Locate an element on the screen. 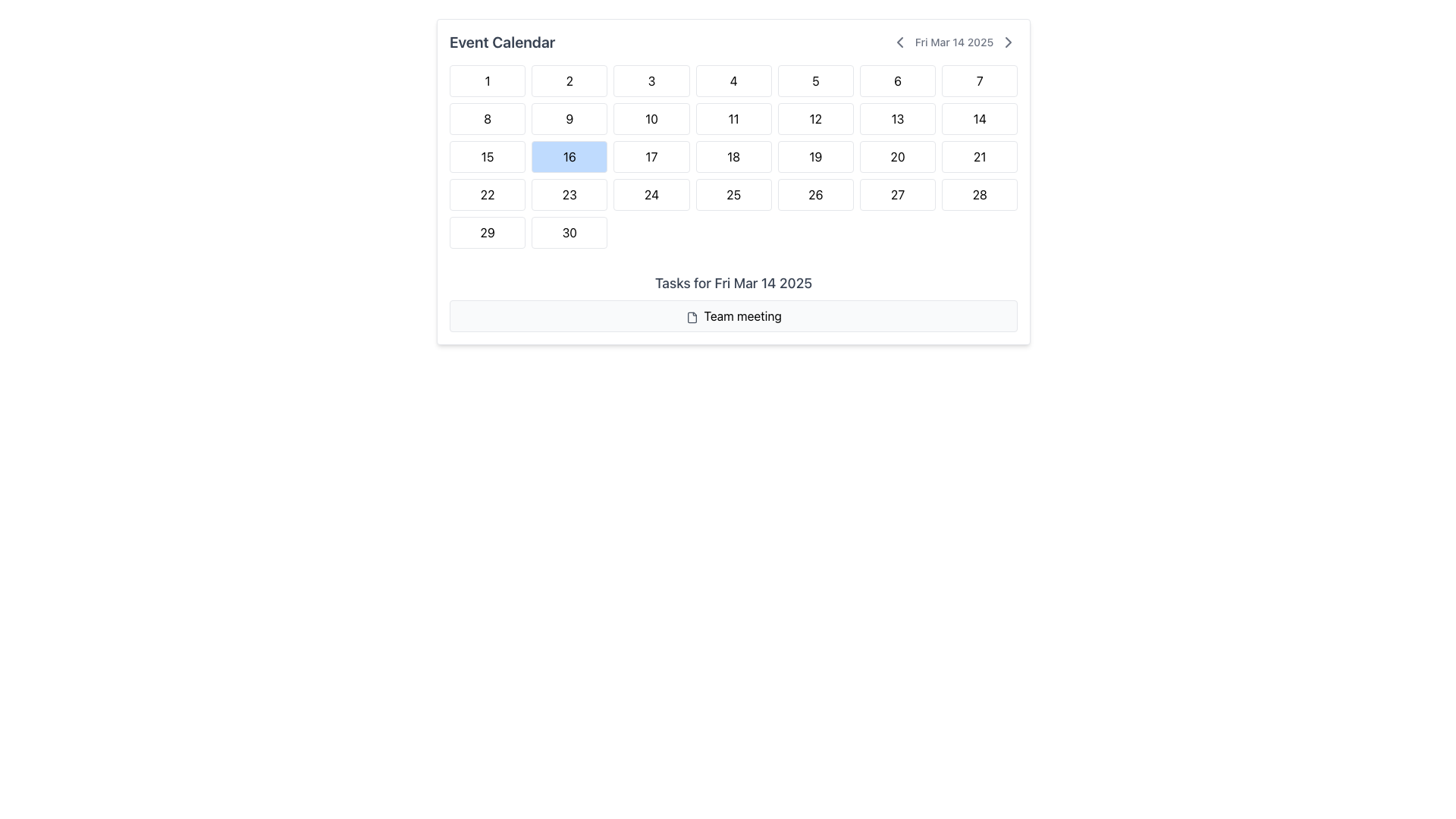 This screenshot has width=1456, height=819. the 29th day cell in the calendar is located at coordinates (488, 233).